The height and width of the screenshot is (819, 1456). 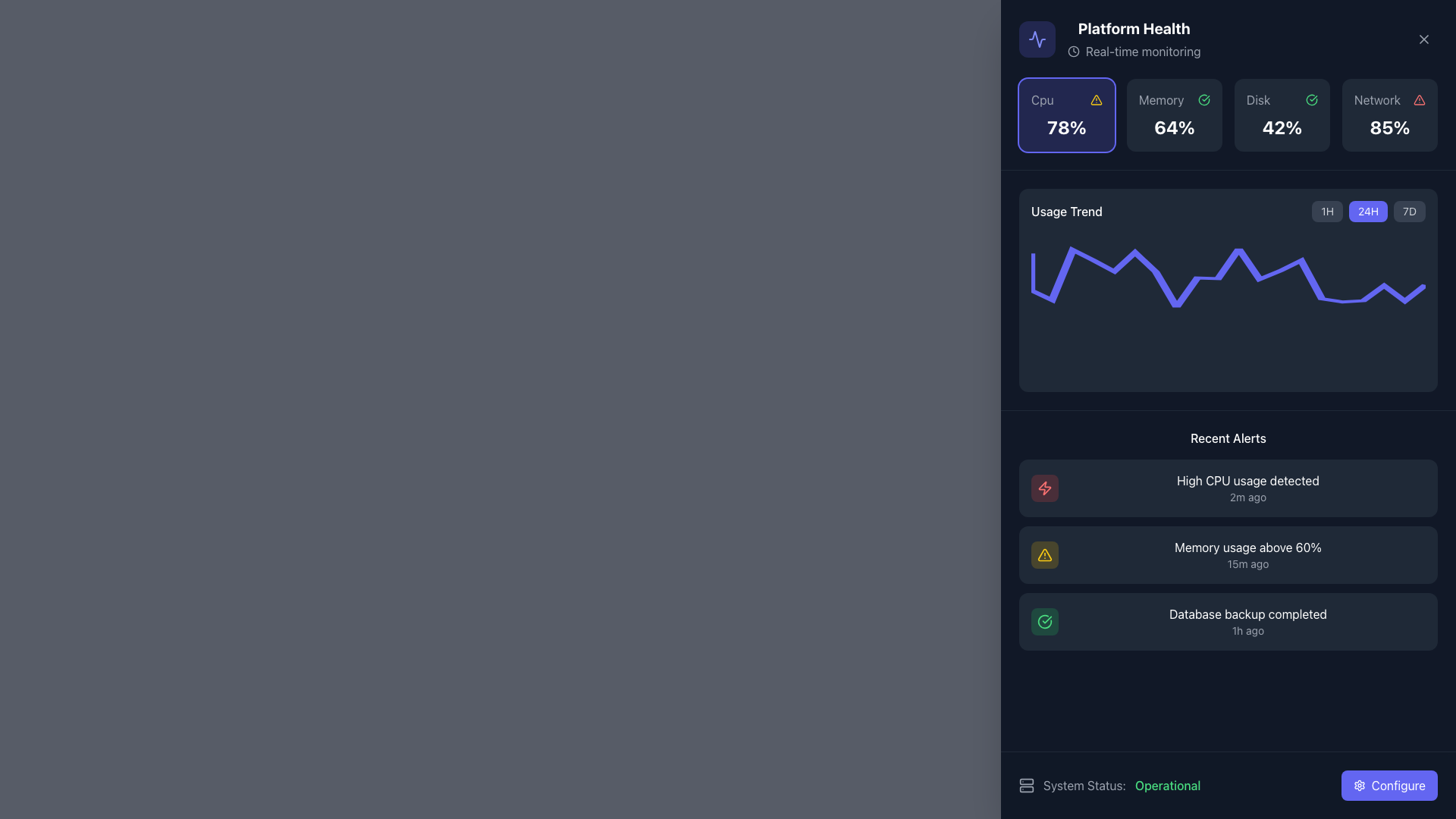 What do you see at coordinates (1037, 38) in the screenshot?
I see `the 'Platform Health' icon, which is represented by an oscillating wave-like design in the main sidebar section of the interface` at bounding box center [1037, 38].